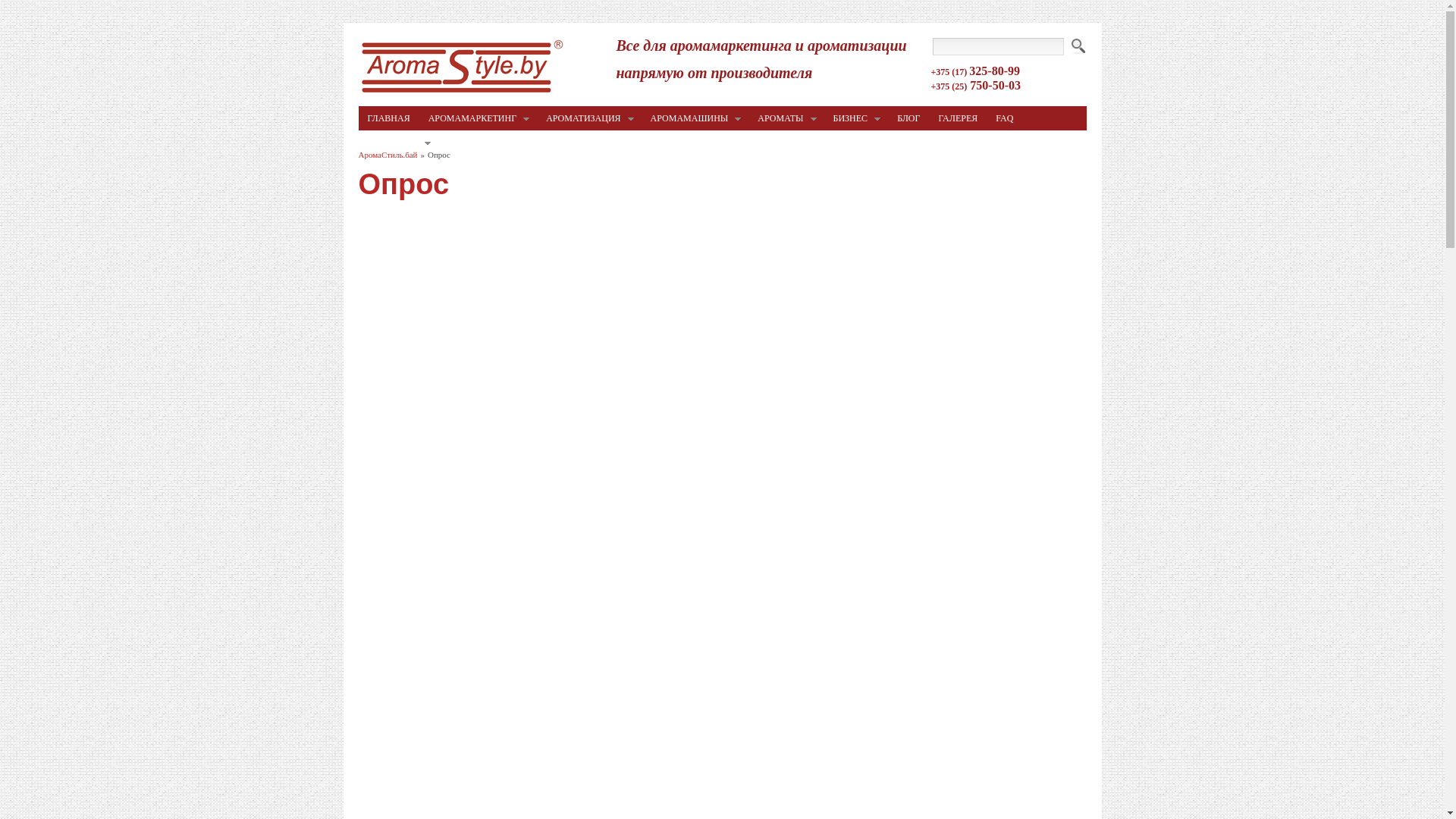 Image resolution: width=1456 pixels, height=819 pixels. Describe the element at coordinates (1004, 117) in the screenshot. I see `'FAQ'` at that location.